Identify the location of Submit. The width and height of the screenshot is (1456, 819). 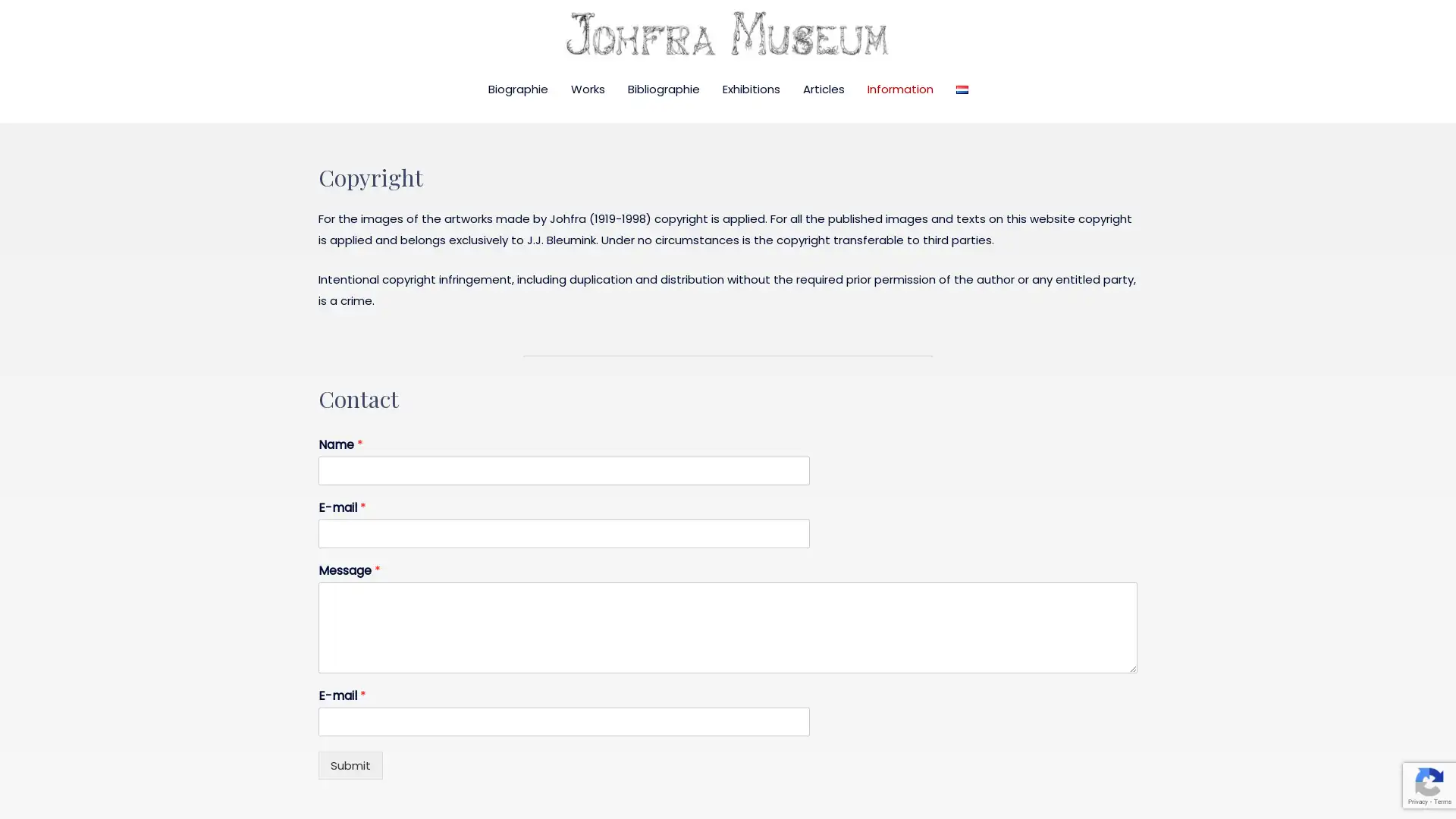
(350, 764).